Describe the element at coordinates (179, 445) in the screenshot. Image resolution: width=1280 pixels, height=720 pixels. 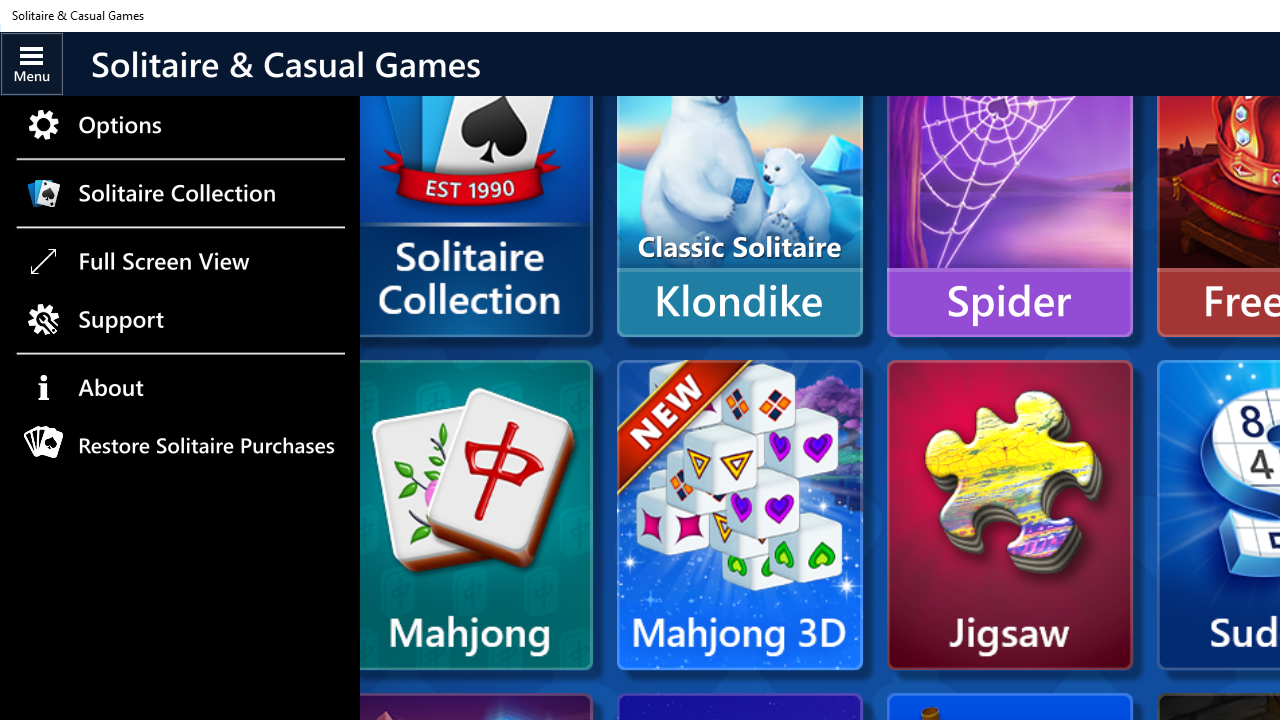
I see `'Restore Solitaire Purchases'` at that location.